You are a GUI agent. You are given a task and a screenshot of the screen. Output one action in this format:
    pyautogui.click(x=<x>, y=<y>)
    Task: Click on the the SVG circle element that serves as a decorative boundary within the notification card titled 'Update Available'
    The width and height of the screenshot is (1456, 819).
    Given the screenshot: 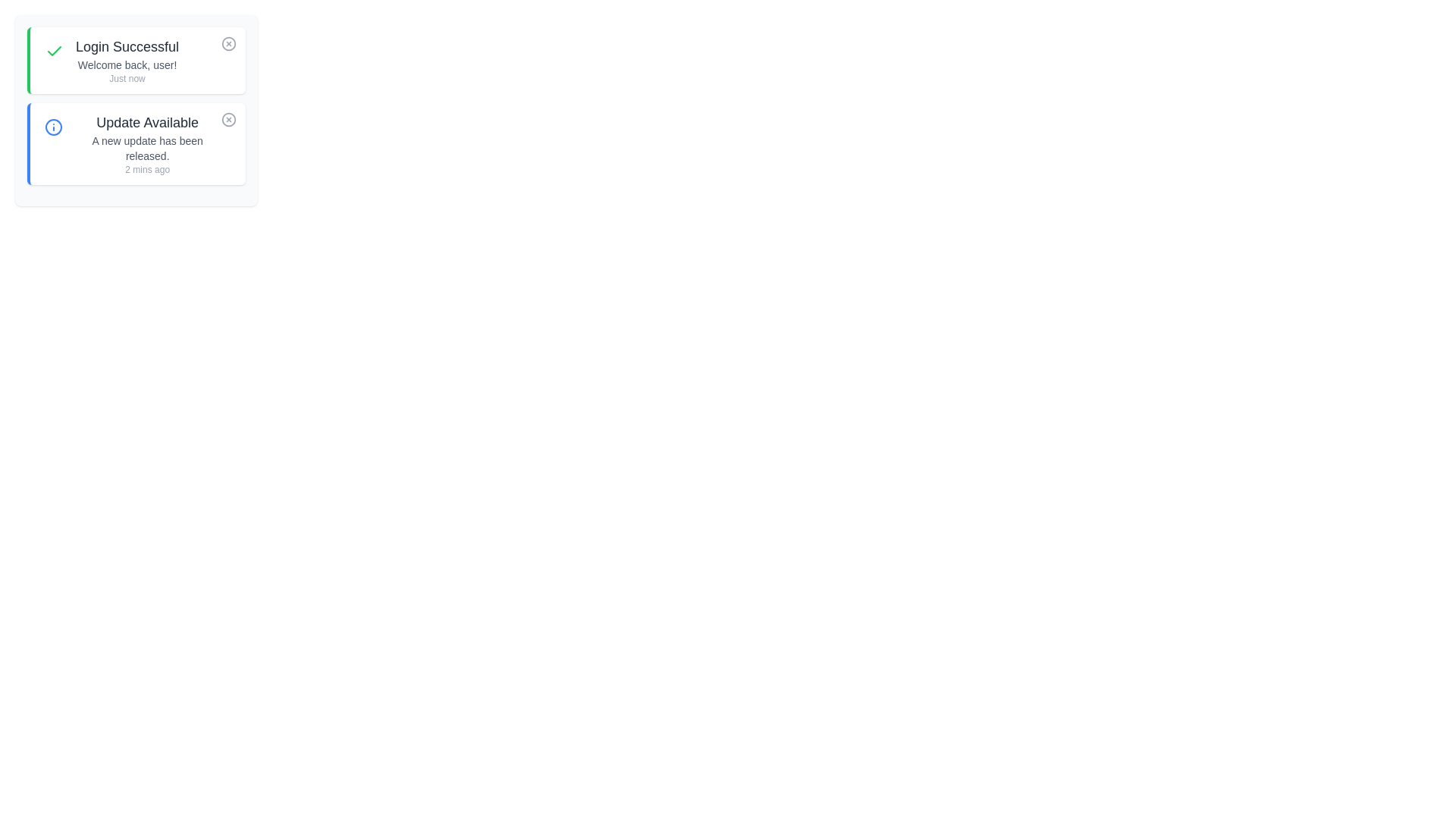 What is the action you would take?
    pyautogui.click(x=53, y=127)
    